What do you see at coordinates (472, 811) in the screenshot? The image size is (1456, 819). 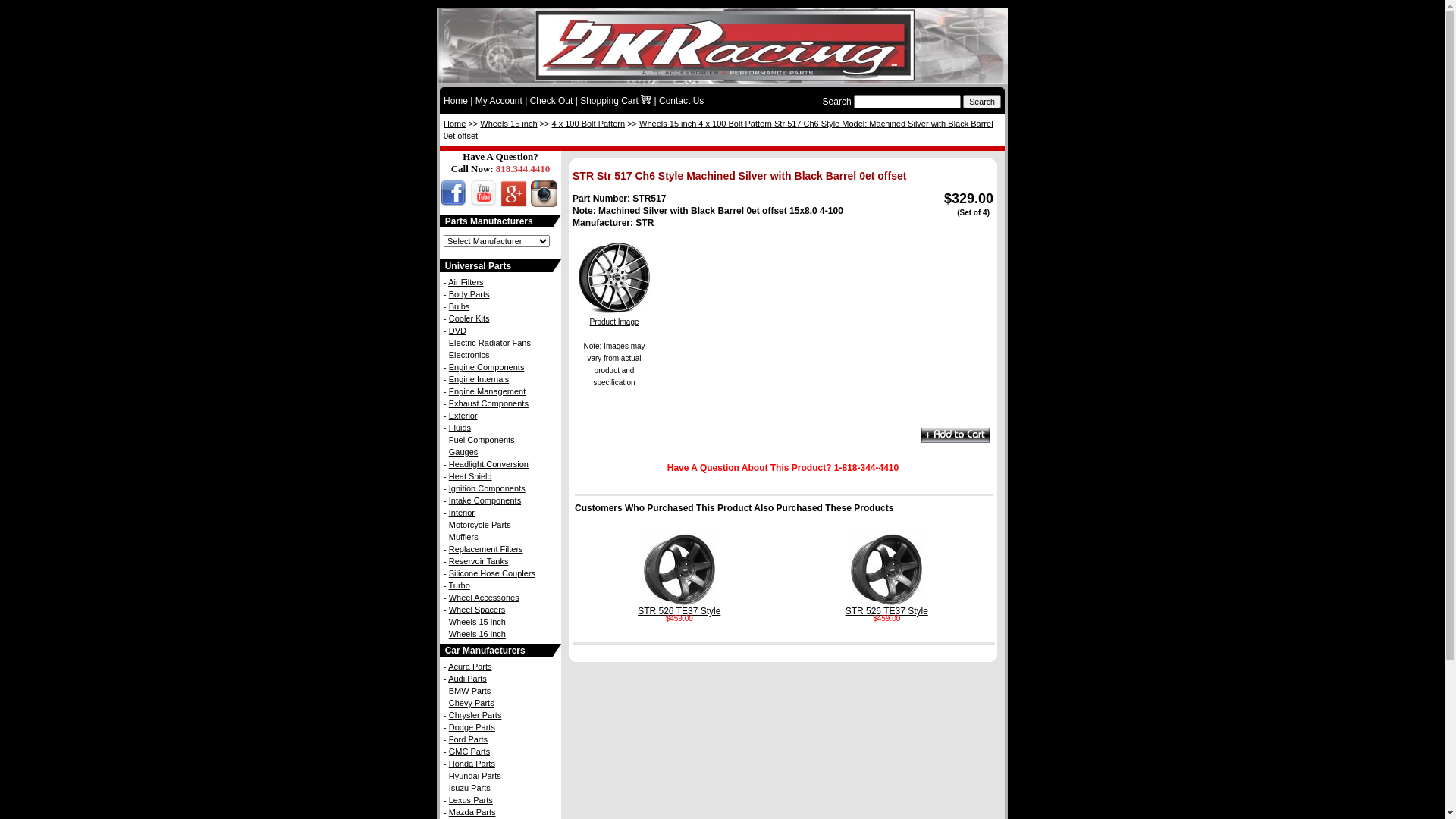 I see `'Mazda Parts'` at bounding box center [472, 811].